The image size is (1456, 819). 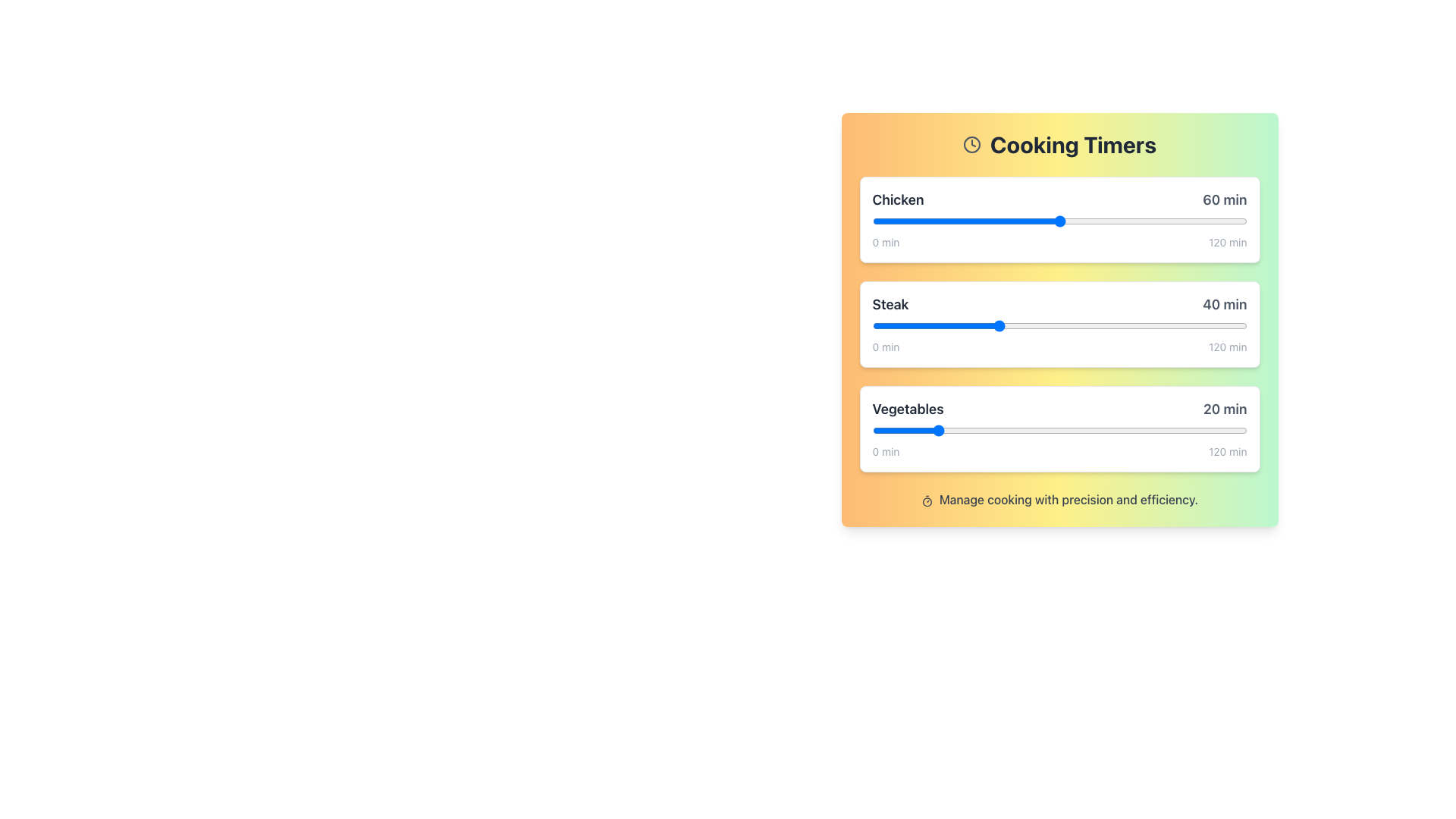 I want to click on the 'Vegetables' label with a duration of '20 min', which is positioned at the top part of the group's content, adjacent to the slider, so click(x=1059, y=409).